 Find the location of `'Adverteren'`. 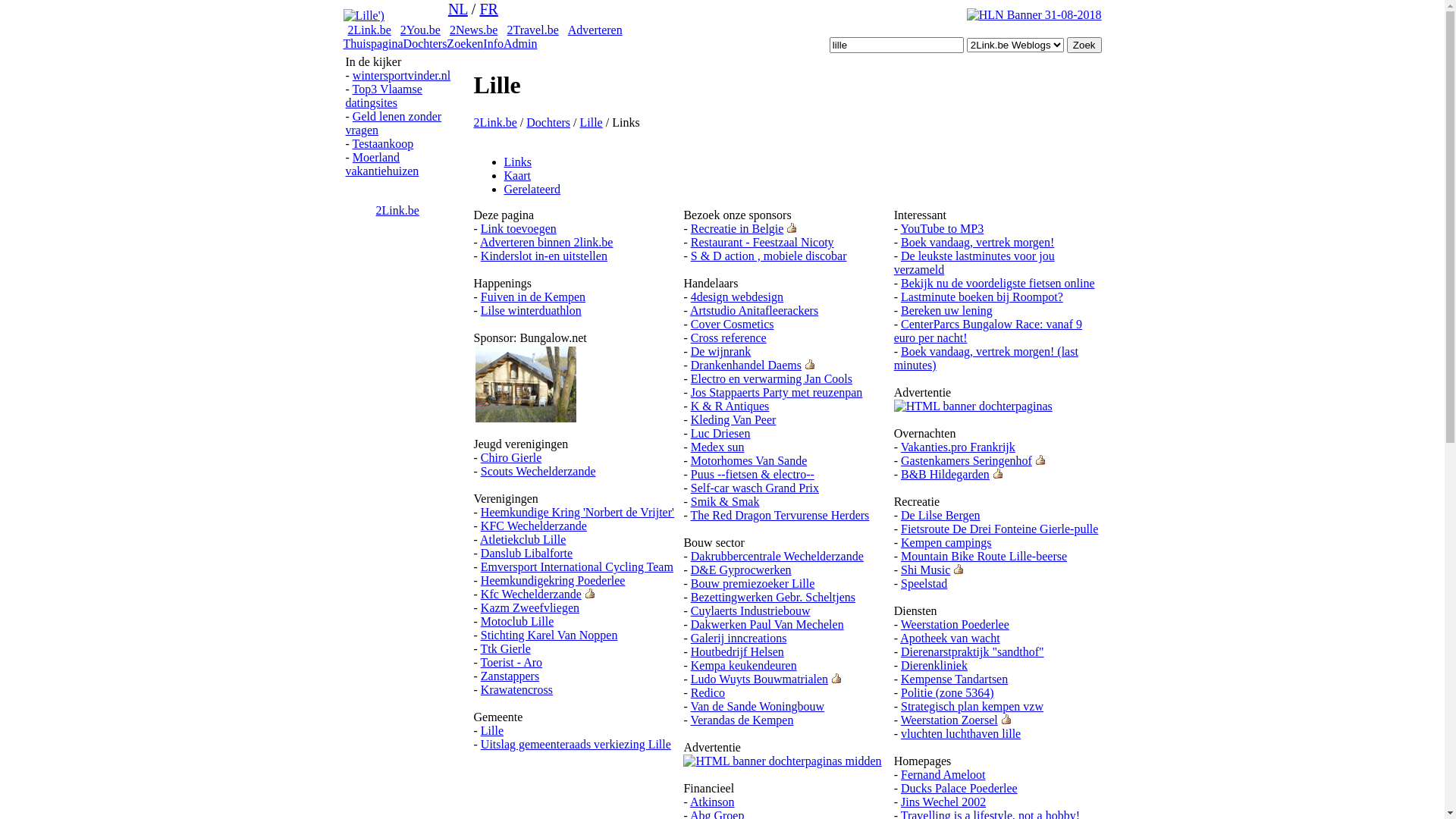

'Adverteren' is located at coordinates (566, 30).